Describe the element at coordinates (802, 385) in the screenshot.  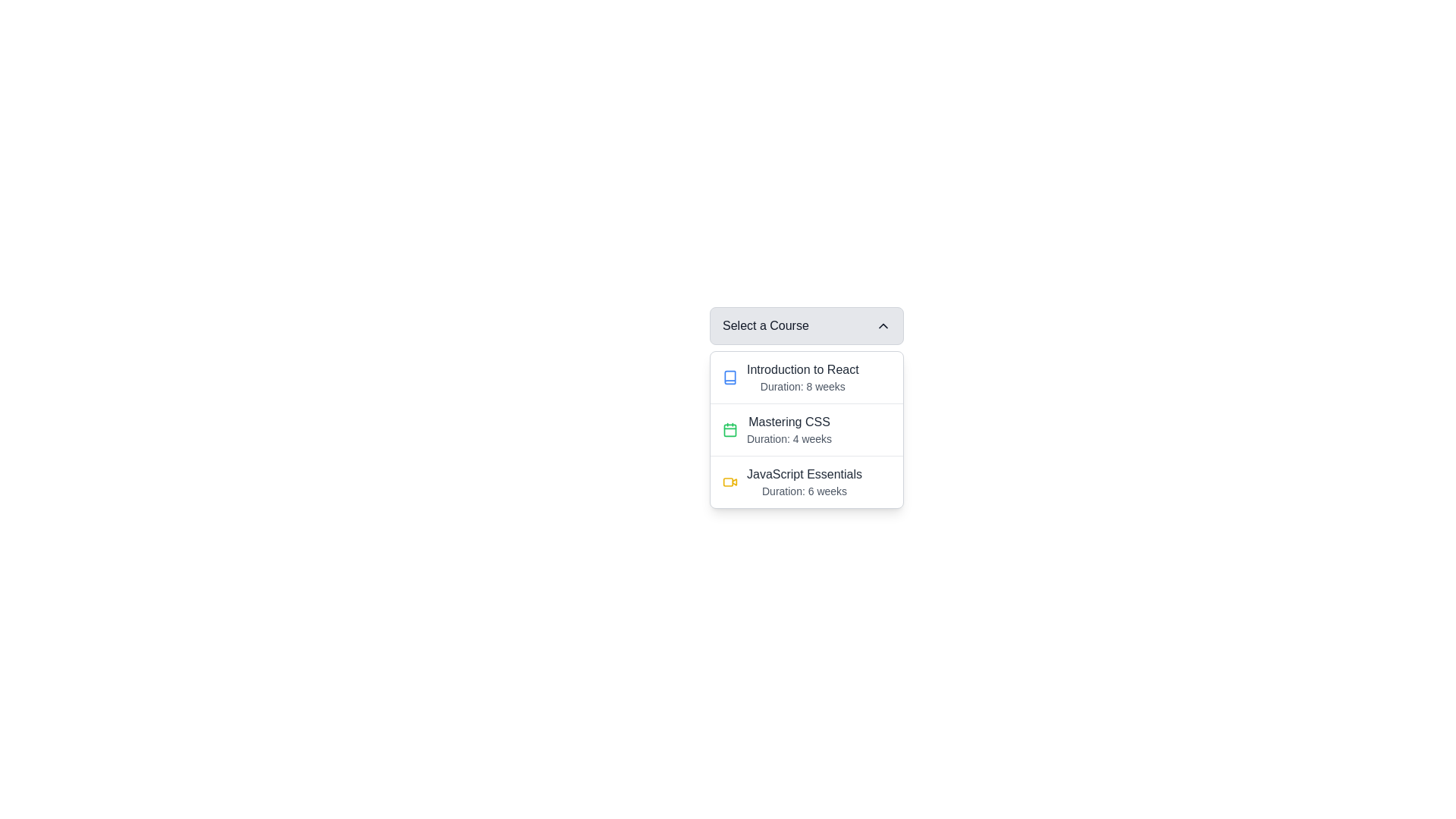
I see `the label displaying the duration of the 'Introduction to React' course, which is located directly beneath the course title in the dropdown menu under 'Select a Course'` at that location.